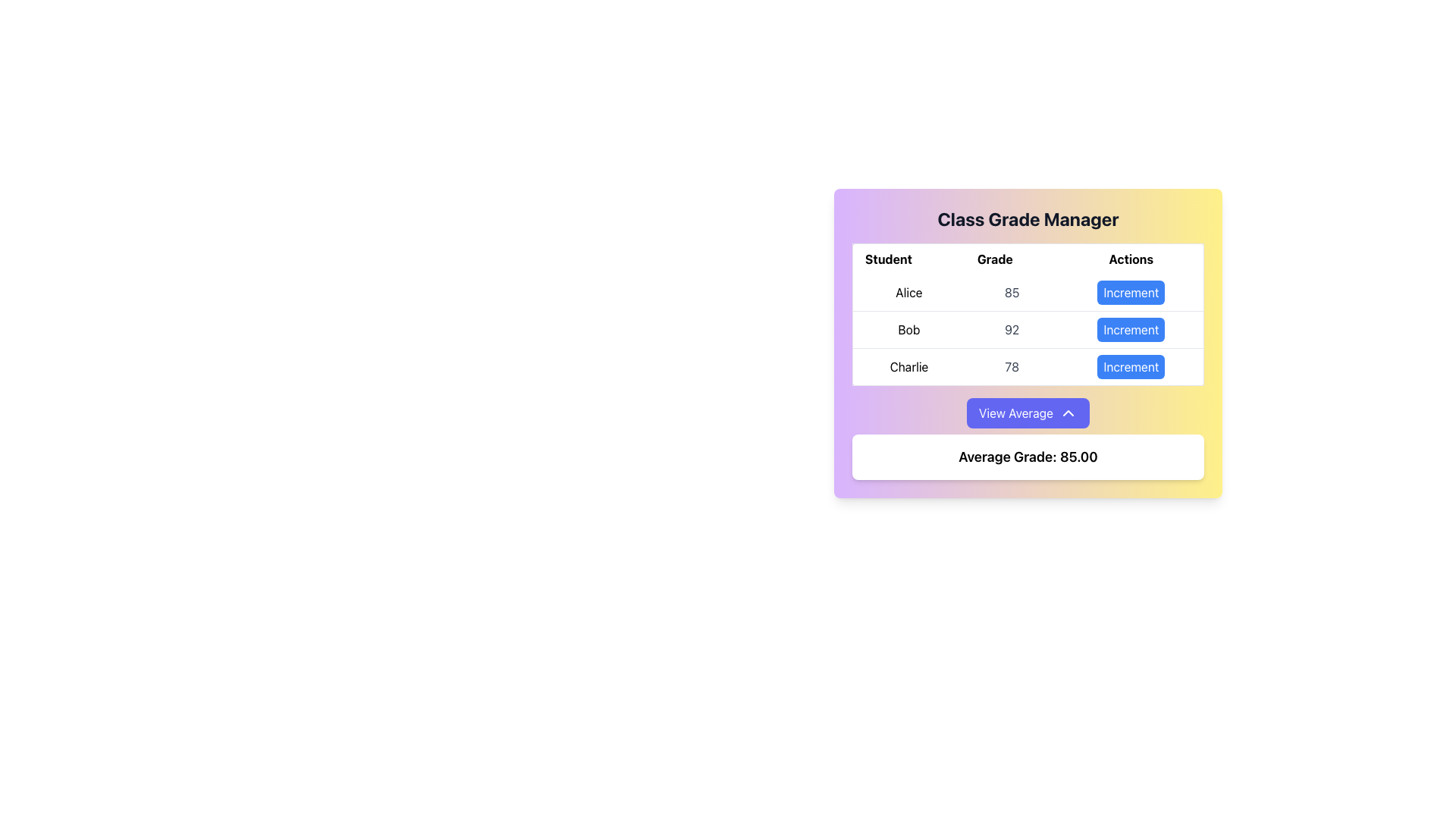 The image size is (1456, 819). What do you see at coordinates (1131, 292) in the screenshot?
I see `the 'Increment' button for student 'Alice' in the 'Actions' column of the 'Class Grade Manager'` at bounding box center [1131, 292].